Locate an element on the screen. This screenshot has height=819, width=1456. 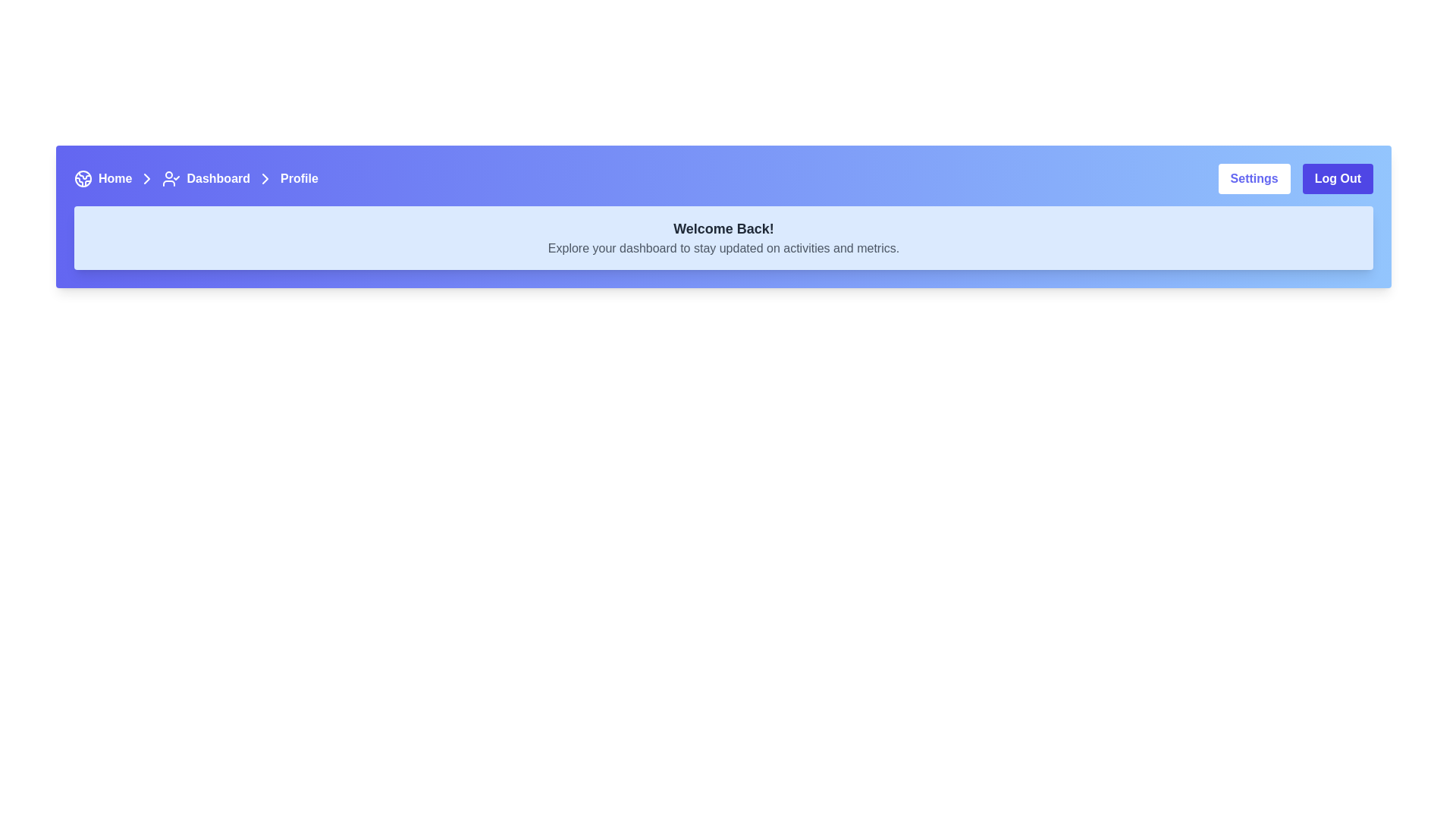
the right-pointing triangular arrow icon located in the top navigation bar, between 'Dashboard' and 'Profile' is located at coordinates (265, 177).